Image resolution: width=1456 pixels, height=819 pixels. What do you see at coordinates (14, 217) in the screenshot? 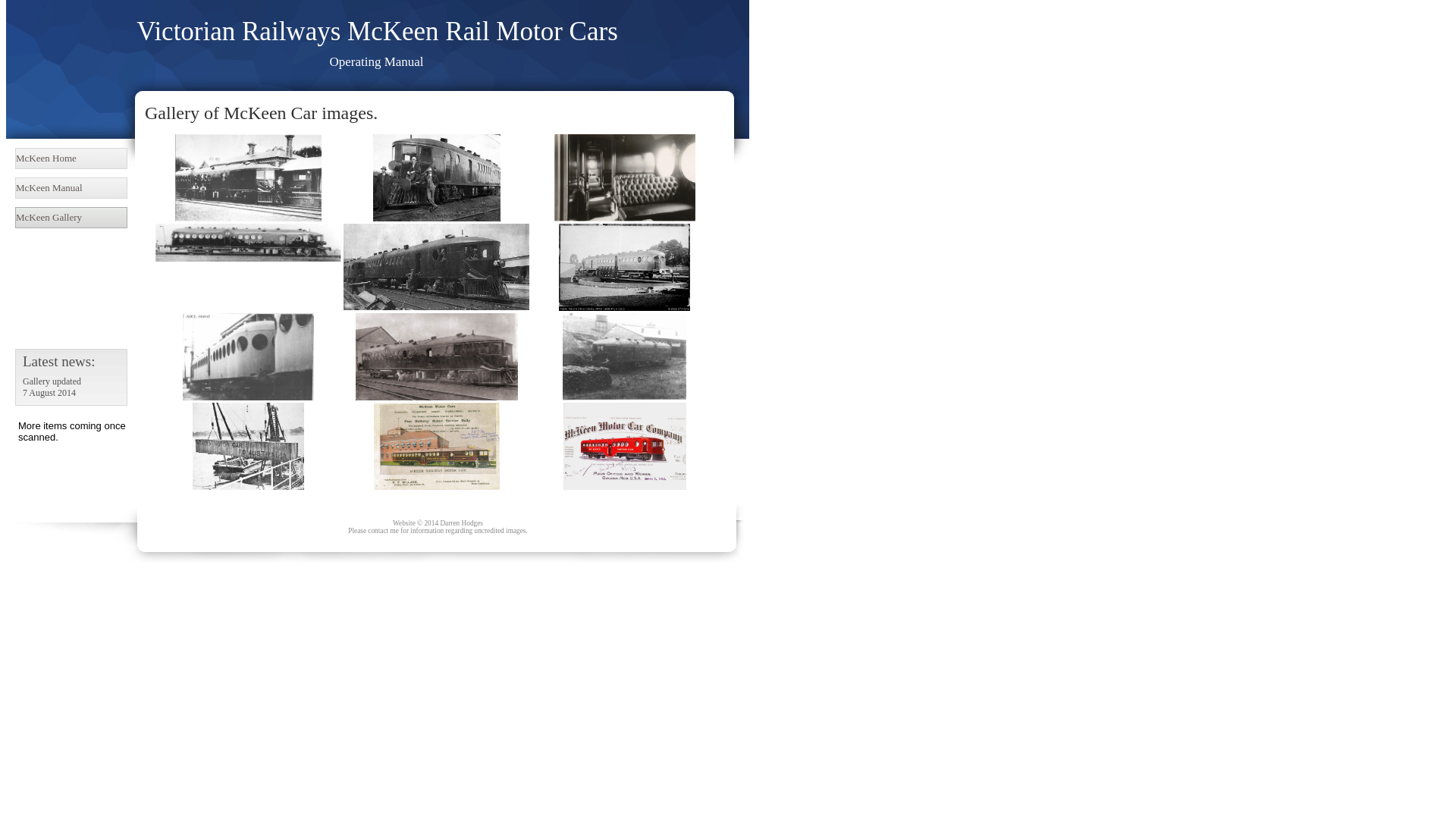
I see `'McKeen Gallery'` at bounding box center [14, 217].